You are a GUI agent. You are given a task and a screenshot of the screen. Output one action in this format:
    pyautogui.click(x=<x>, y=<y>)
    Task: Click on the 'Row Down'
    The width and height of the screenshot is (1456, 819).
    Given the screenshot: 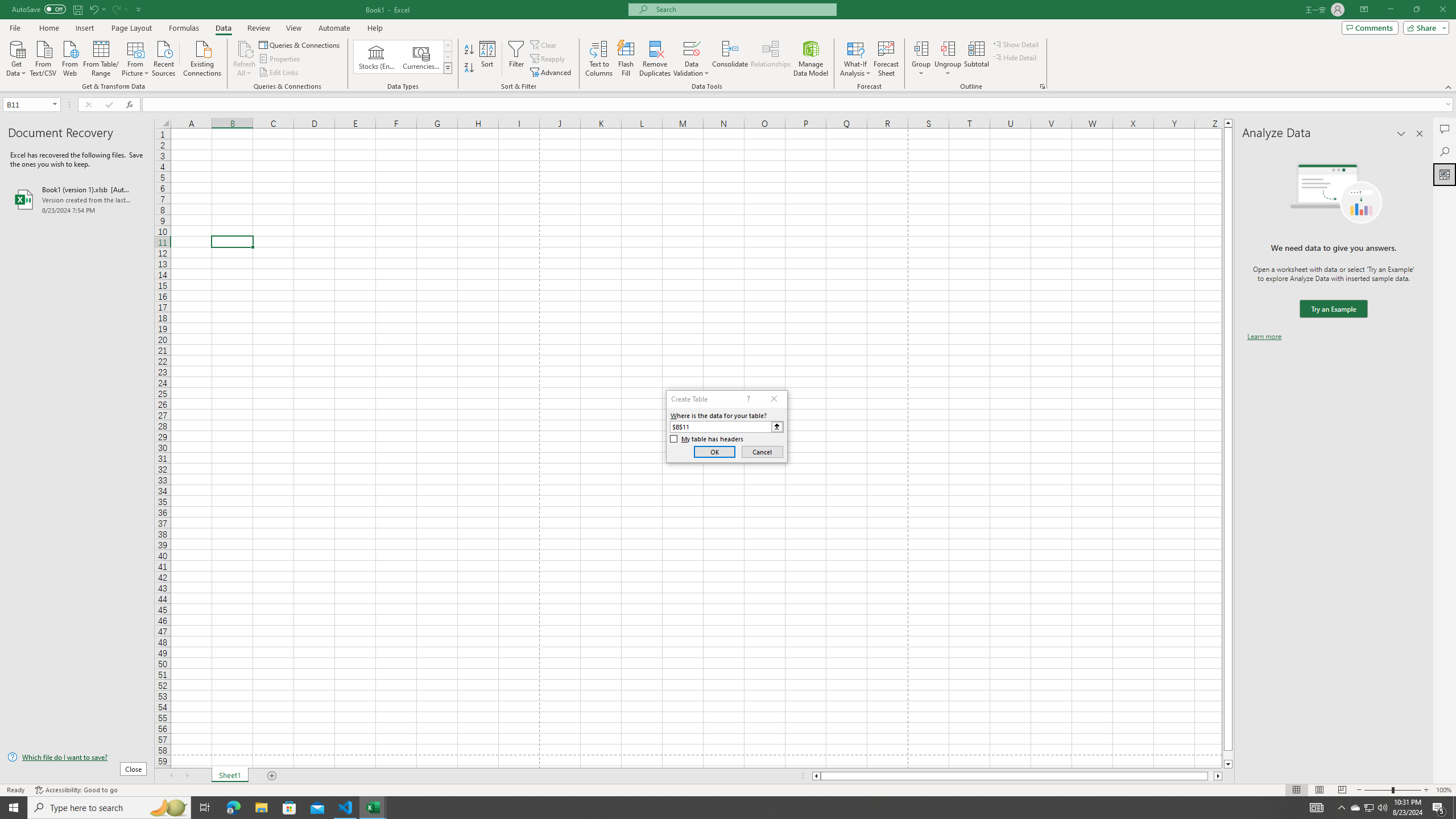 What is the action you would take?
    pyautogui.click(x=448, y=56)
    